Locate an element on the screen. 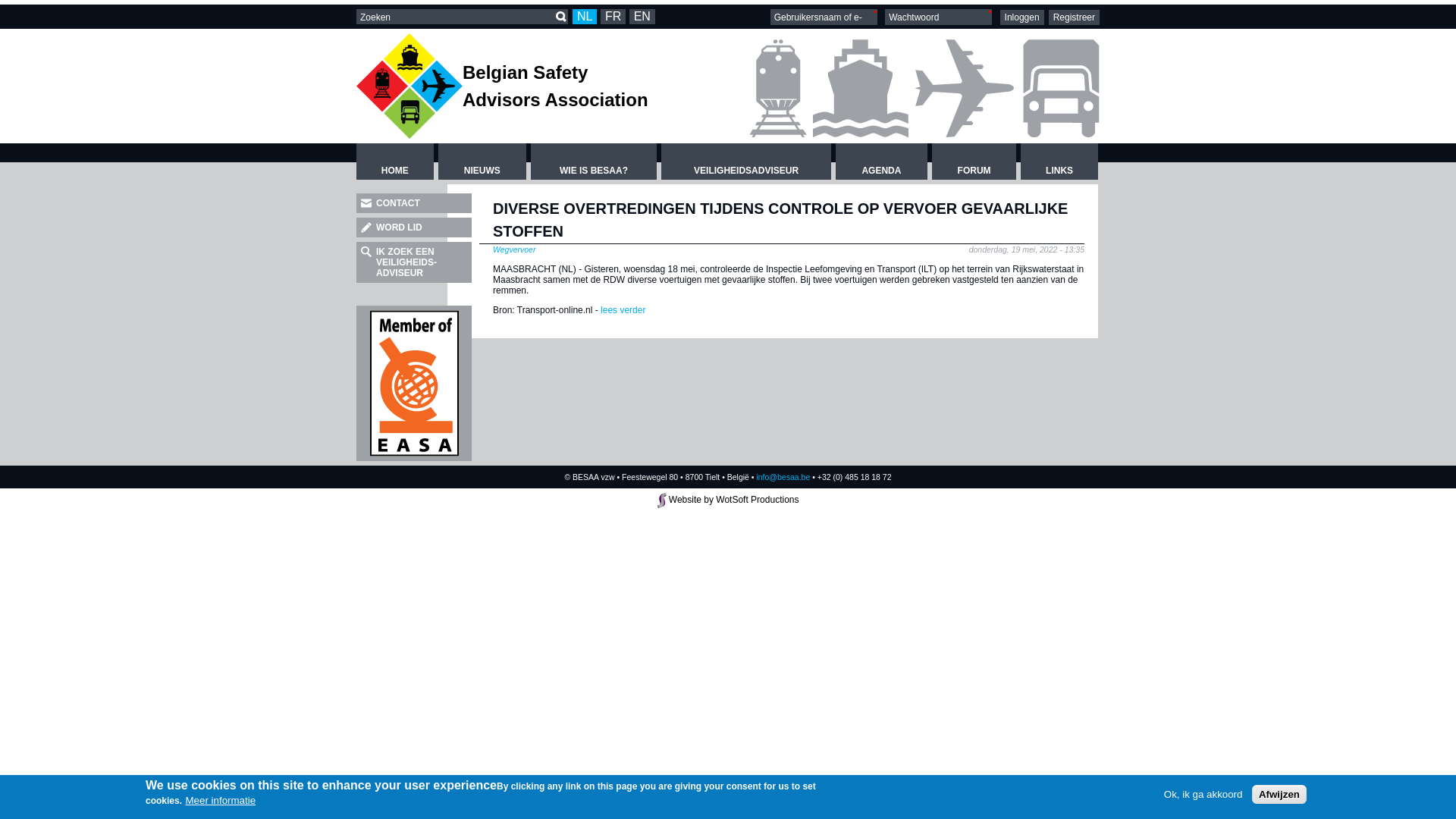  'Wegvervoer' is located at coordinates (513, 248).